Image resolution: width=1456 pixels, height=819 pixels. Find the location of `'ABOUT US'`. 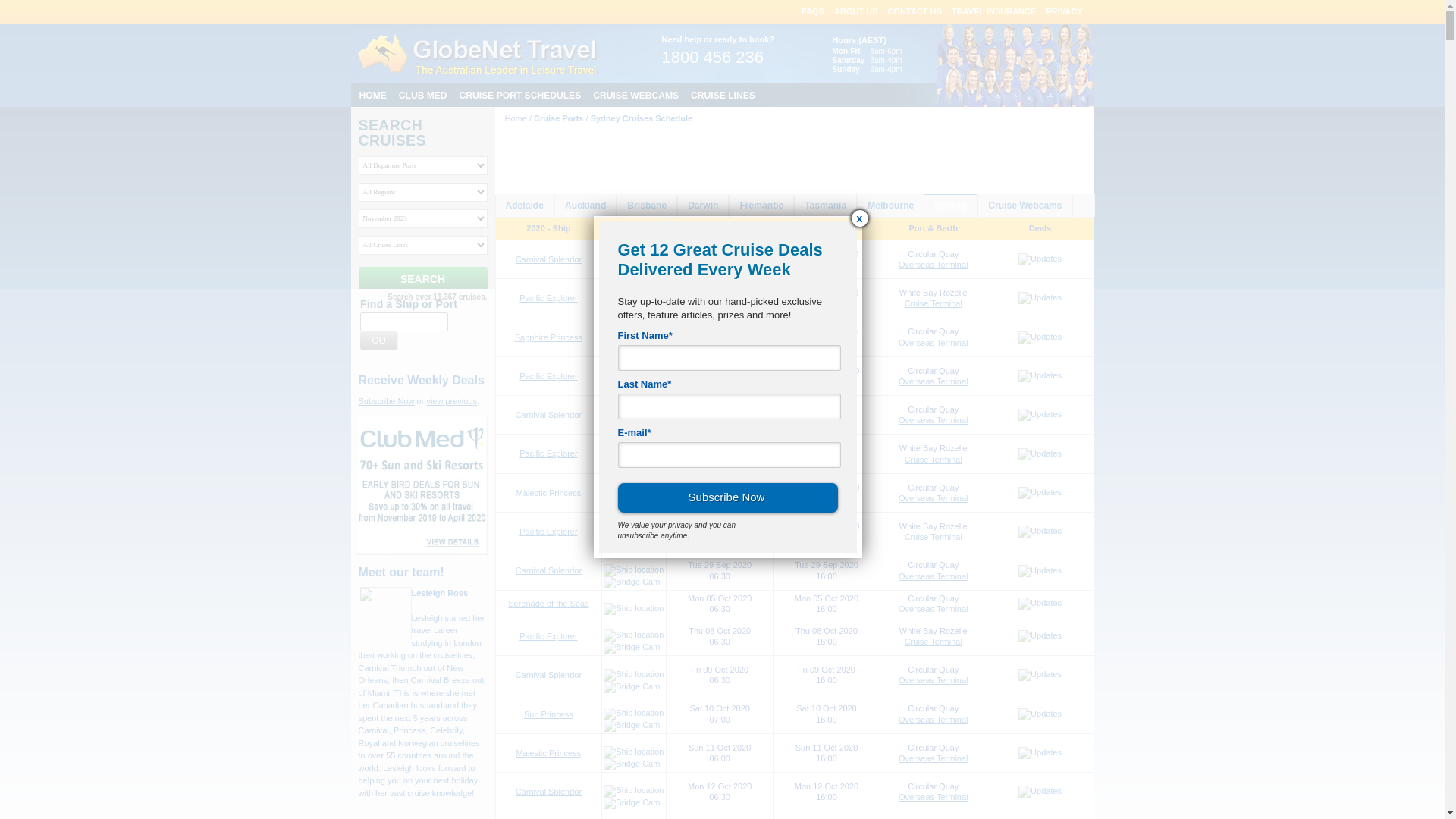

'ABOUT US' is located at coordinates (855, 11).